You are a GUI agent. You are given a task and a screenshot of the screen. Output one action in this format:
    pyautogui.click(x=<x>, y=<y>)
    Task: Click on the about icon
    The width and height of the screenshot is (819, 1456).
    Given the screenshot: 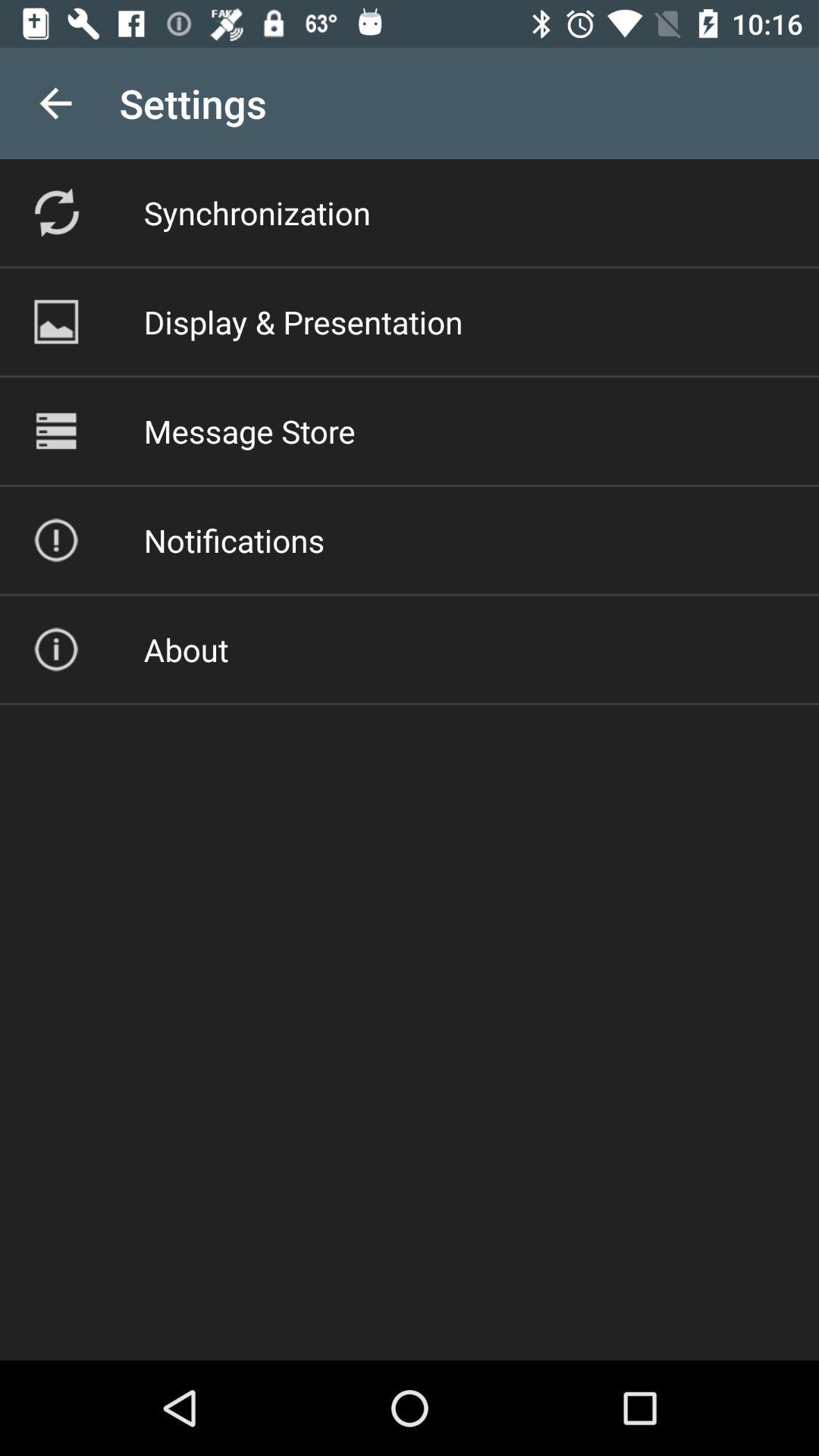 What is the action you would take?
    pyautogui.click(x=185, y=649)
    